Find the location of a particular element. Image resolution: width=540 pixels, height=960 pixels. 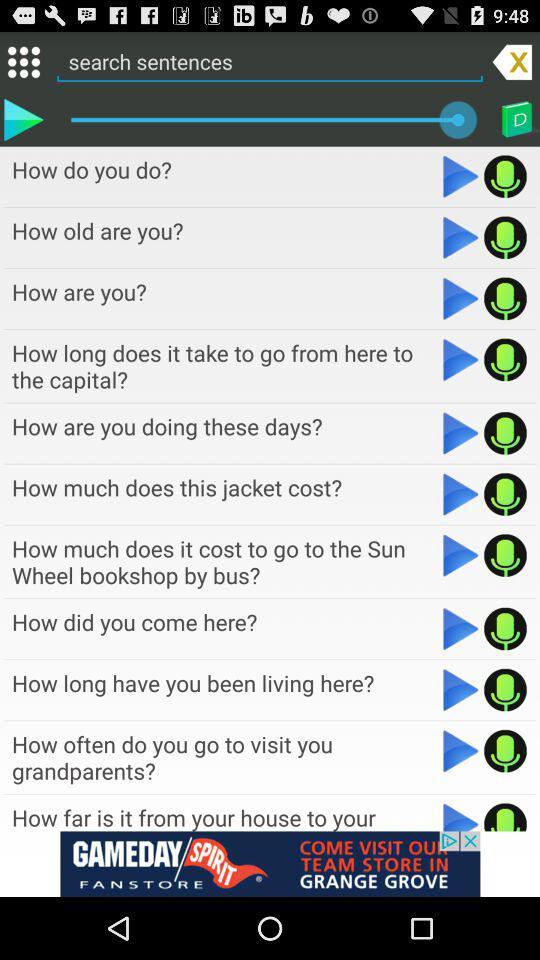

button is located at coordinates (461, 750).